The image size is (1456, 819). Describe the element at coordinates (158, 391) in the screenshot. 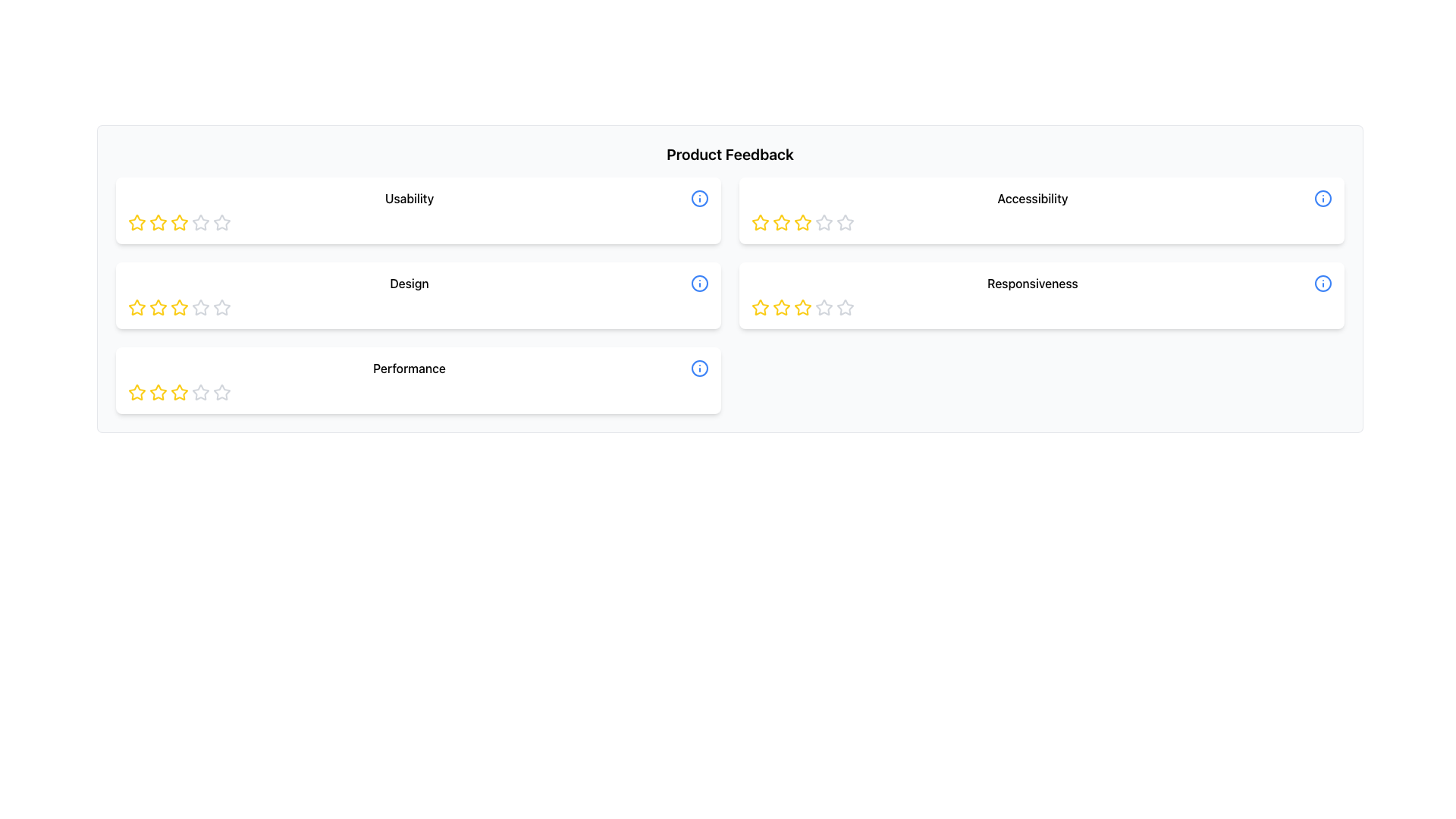

I see `the third star in the 'Performance' category rating section` at that location.